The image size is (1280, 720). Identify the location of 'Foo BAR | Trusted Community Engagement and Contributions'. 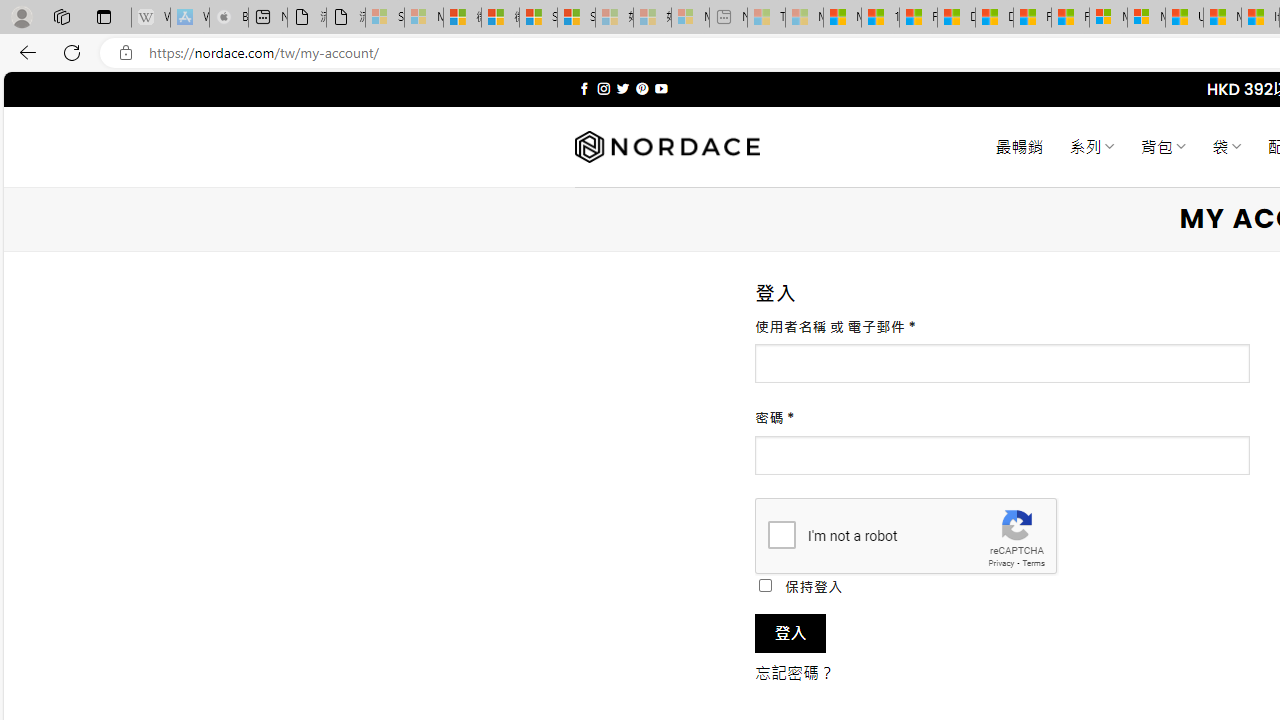
(1069, 17).